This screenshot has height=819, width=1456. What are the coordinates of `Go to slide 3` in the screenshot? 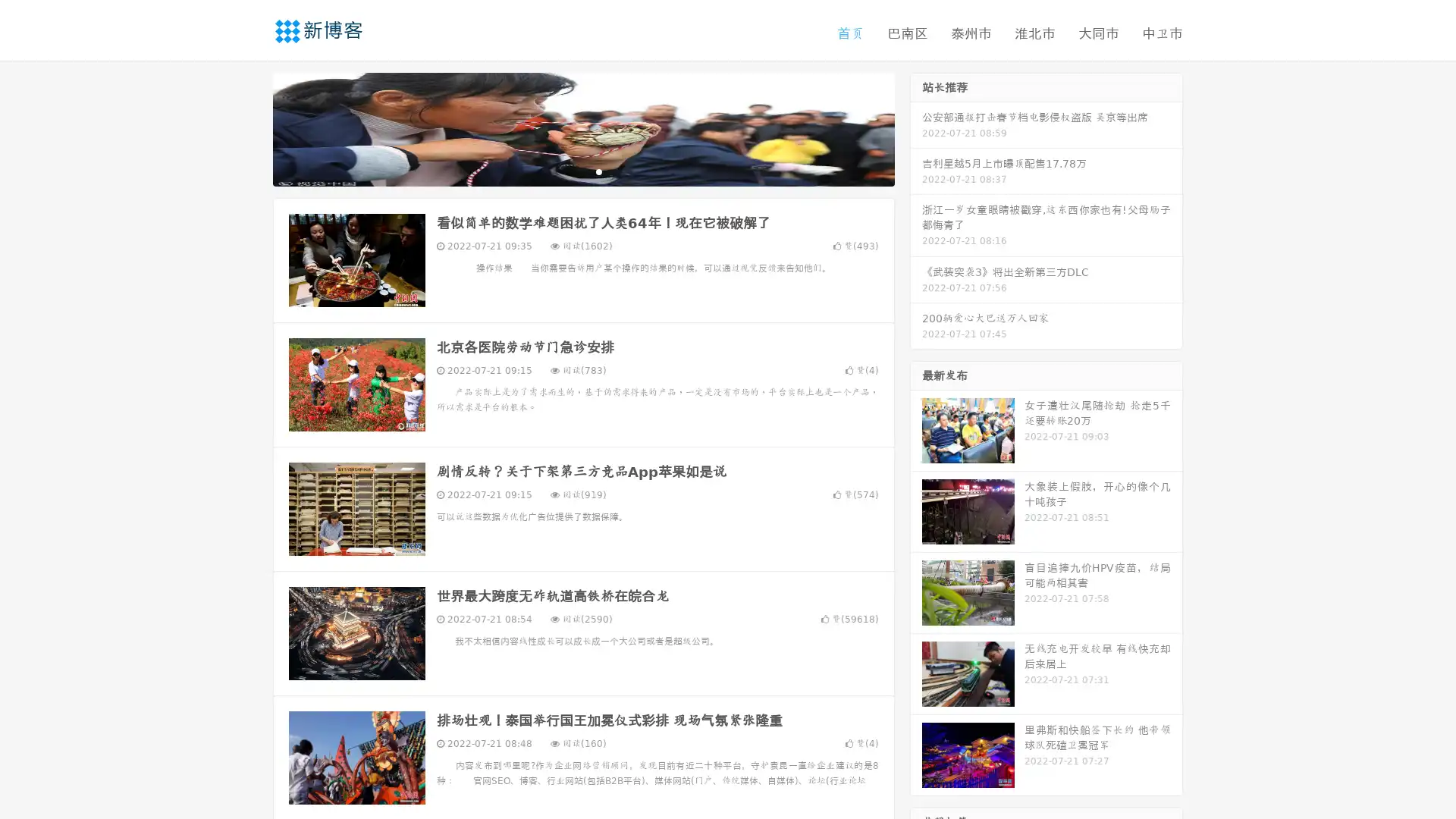 It's located at (598, 171).